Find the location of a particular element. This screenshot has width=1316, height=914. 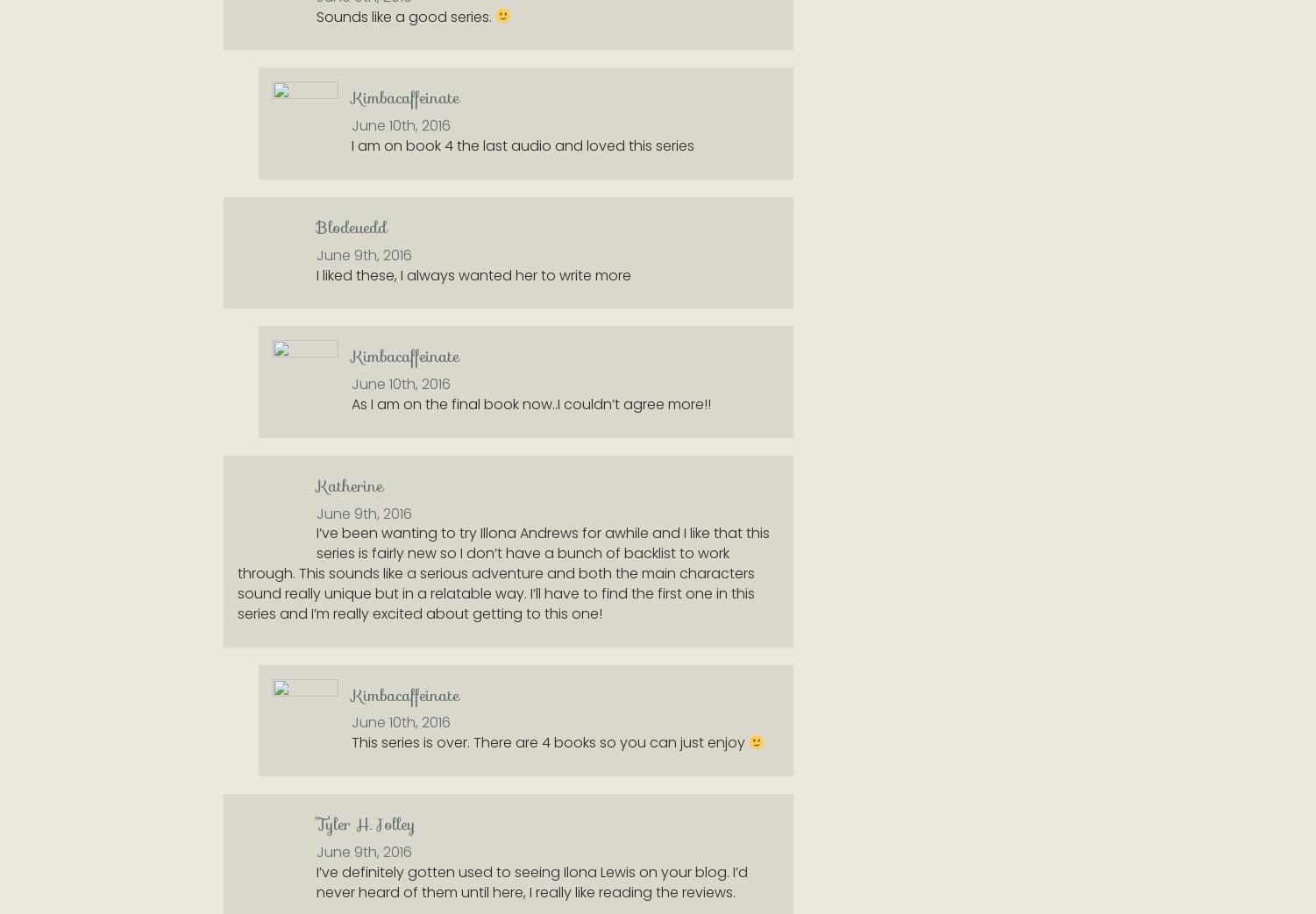

'I am on book 4 the last audio and loved this series' is located at coordinates (523, 145).